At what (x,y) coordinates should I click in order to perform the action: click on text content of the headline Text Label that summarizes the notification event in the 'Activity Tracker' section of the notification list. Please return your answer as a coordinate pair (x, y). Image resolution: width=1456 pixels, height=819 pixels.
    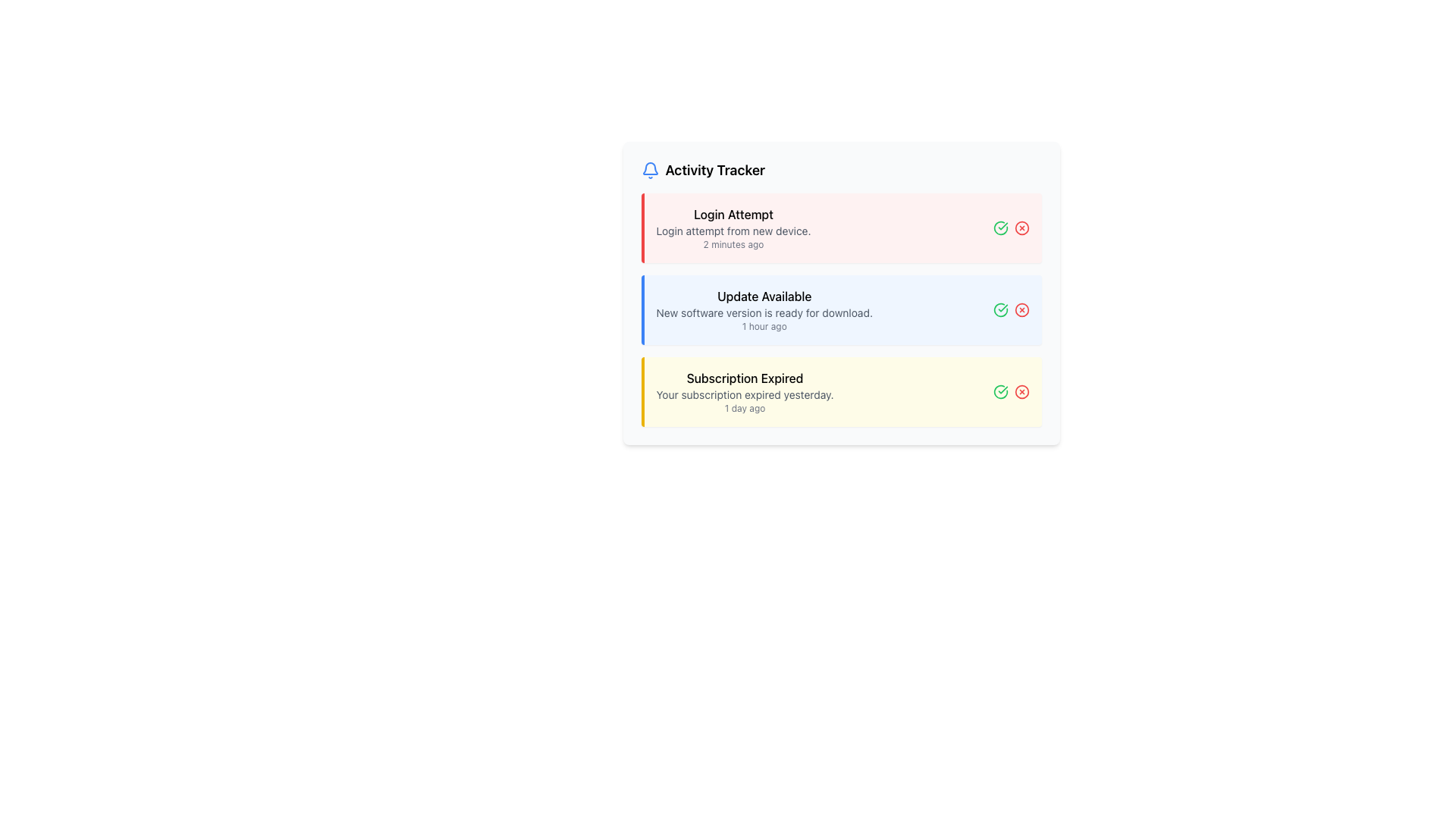
    Looking at the image, I should click on (733, 214).